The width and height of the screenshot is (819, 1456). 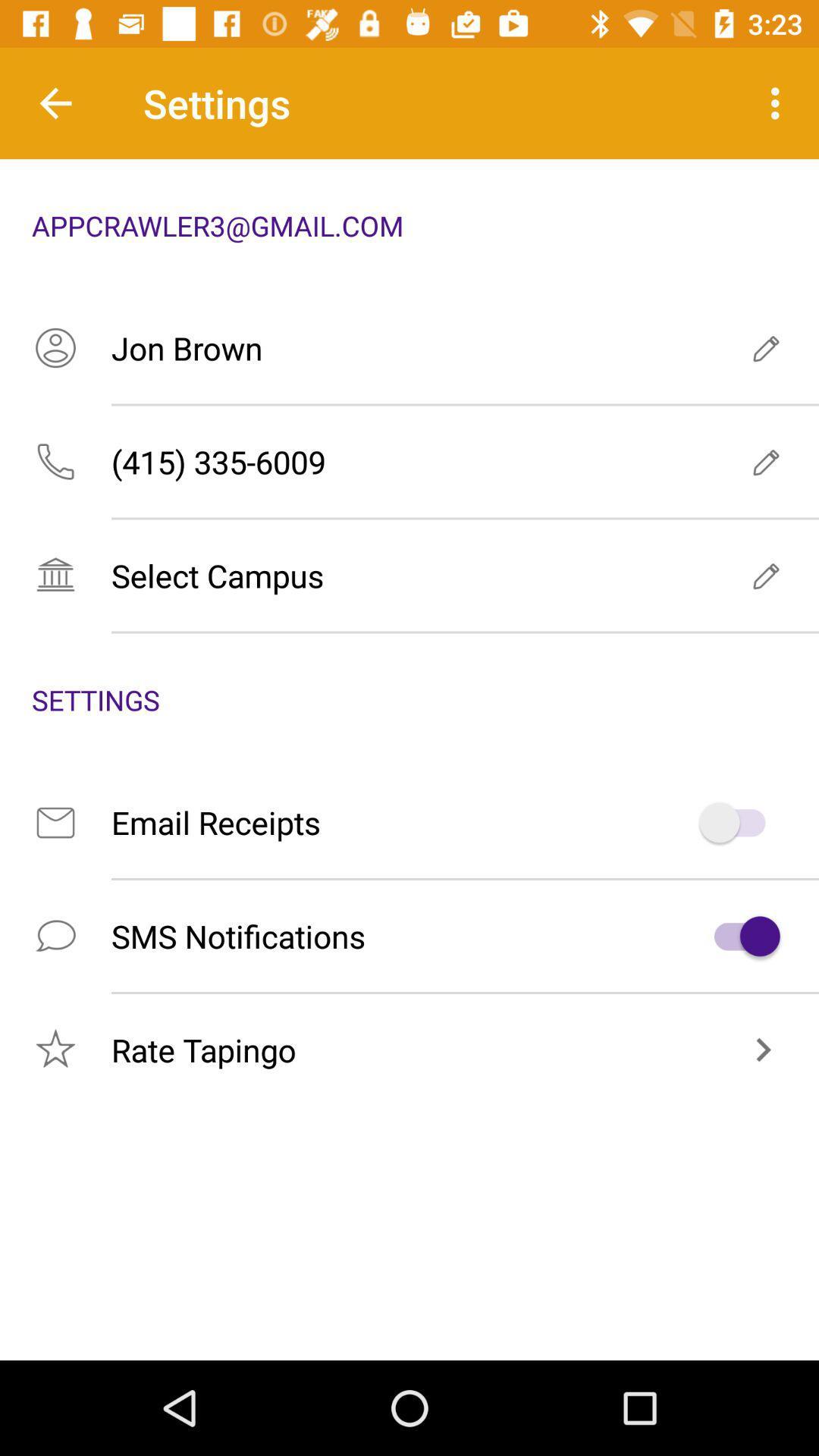 What do you see at coordinates (409, 347) in the screenshot?
I see `the item below appcrawler3@gmail.com` at bounding box center [409, 347].